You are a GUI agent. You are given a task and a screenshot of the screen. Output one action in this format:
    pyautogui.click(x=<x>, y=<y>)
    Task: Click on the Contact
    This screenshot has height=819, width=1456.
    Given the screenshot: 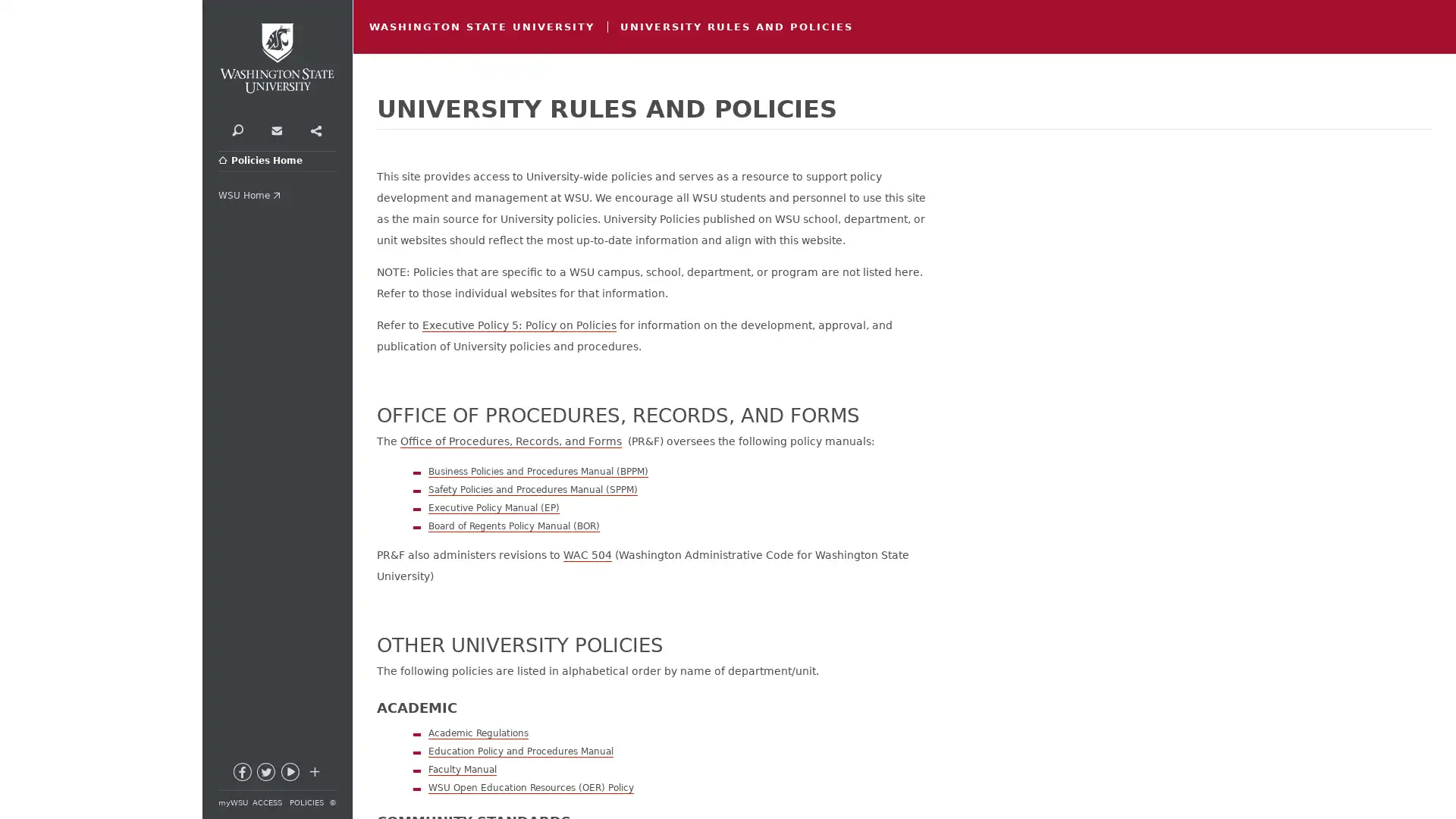 What is the action you would take?
    pyautogui.click(x=276, y=128)
    